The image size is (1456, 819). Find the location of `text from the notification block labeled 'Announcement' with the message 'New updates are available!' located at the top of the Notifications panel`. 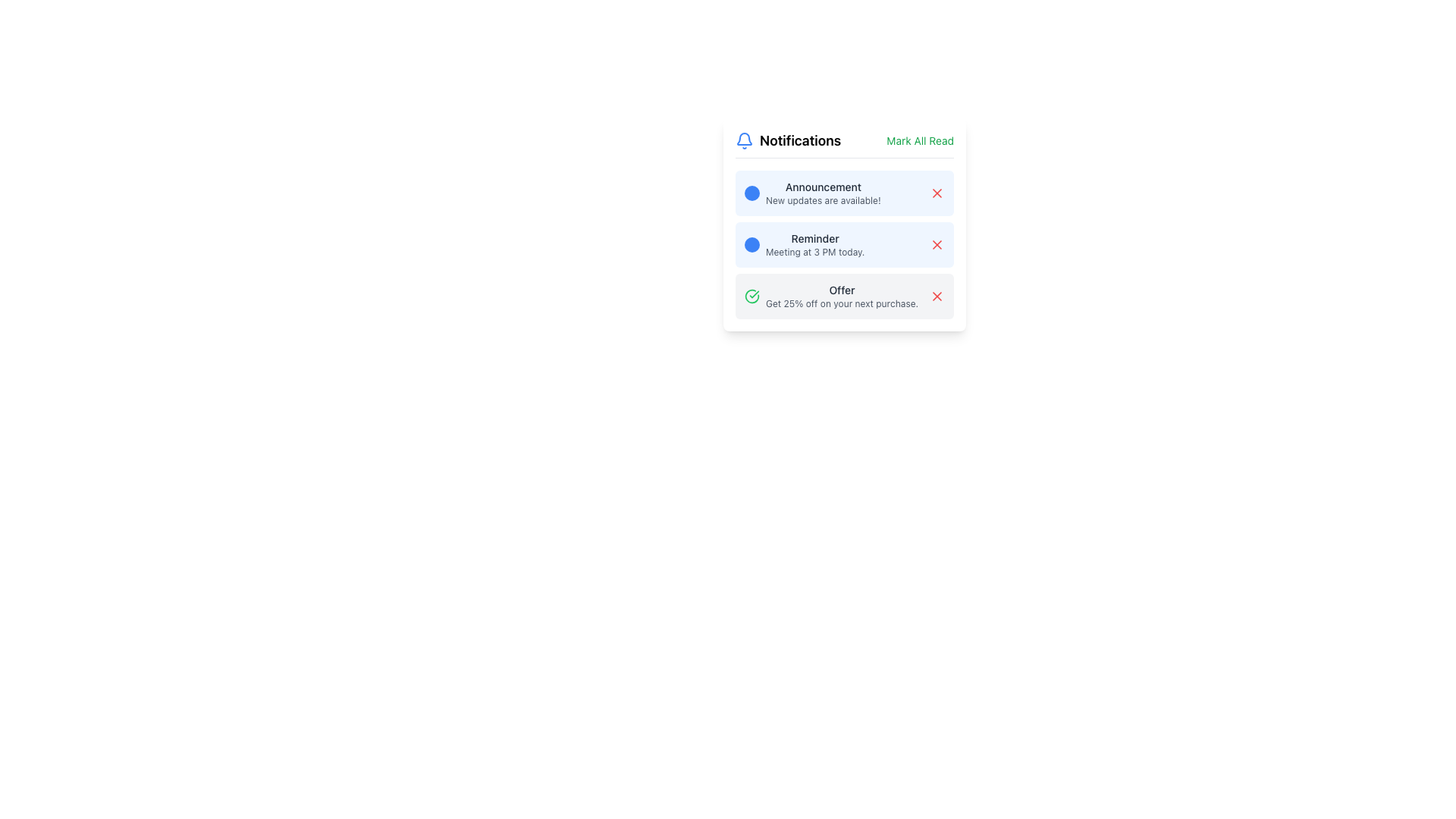

text from the notification block labeled 'Announcement' with the message 'New updates are available!' located at the top of the Notifications panel is located at coordinates (822, 192).